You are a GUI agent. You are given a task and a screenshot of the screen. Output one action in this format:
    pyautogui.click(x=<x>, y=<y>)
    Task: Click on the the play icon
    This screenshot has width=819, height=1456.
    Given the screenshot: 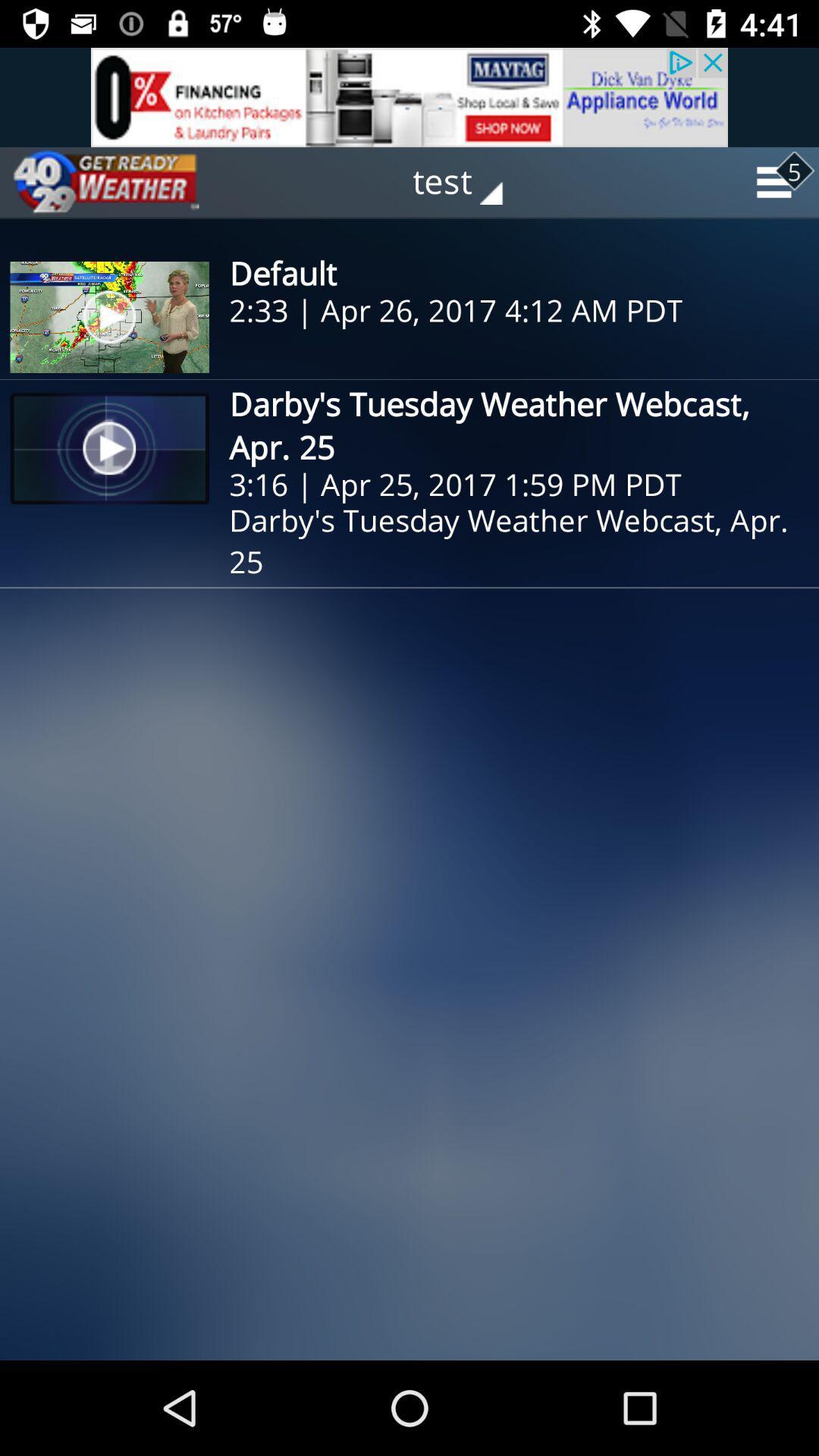 What is the action you would take?
    pyautogui.click(x=99, y=182)
    